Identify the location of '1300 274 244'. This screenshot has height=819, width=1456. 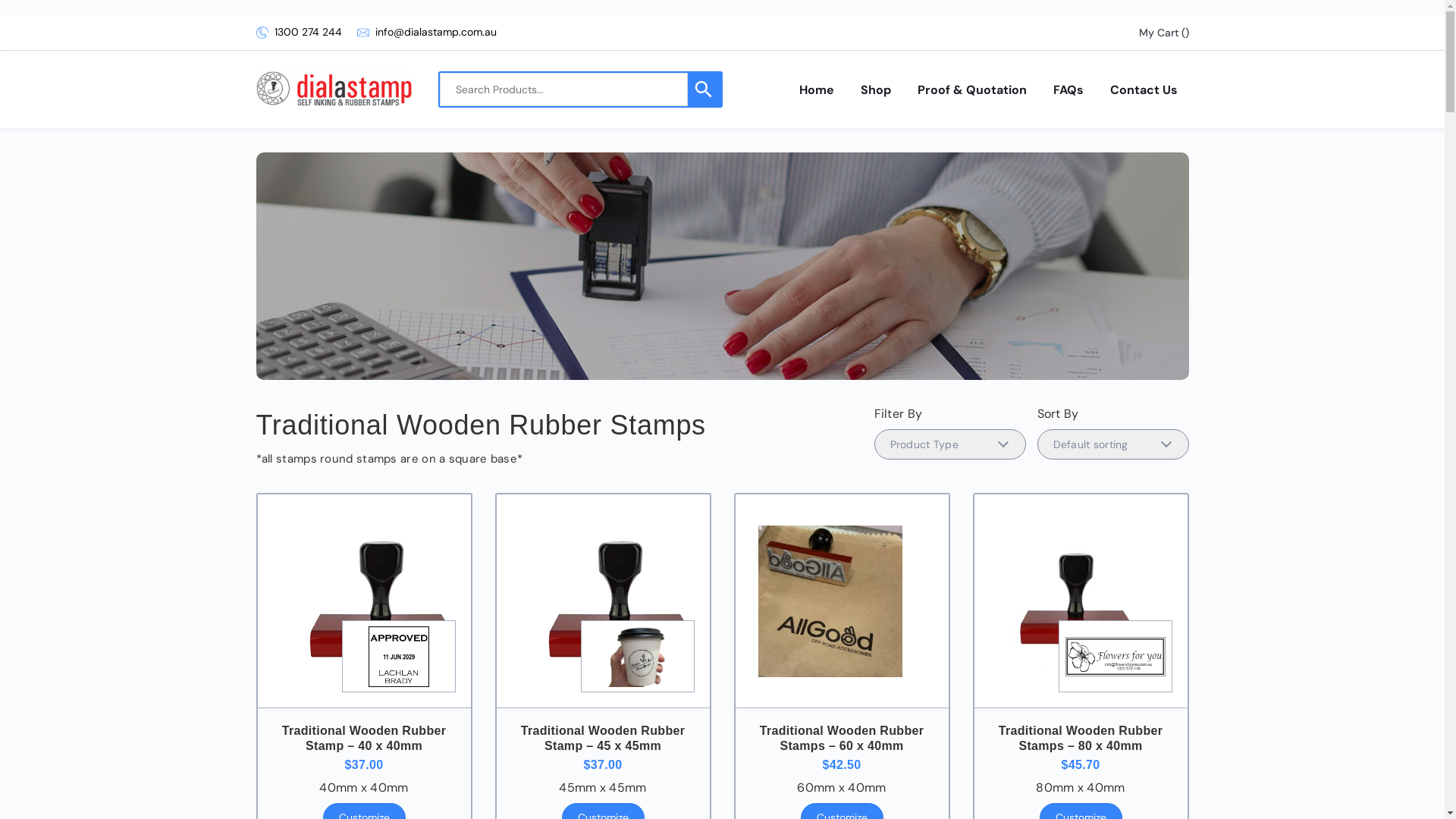
(299, 32).